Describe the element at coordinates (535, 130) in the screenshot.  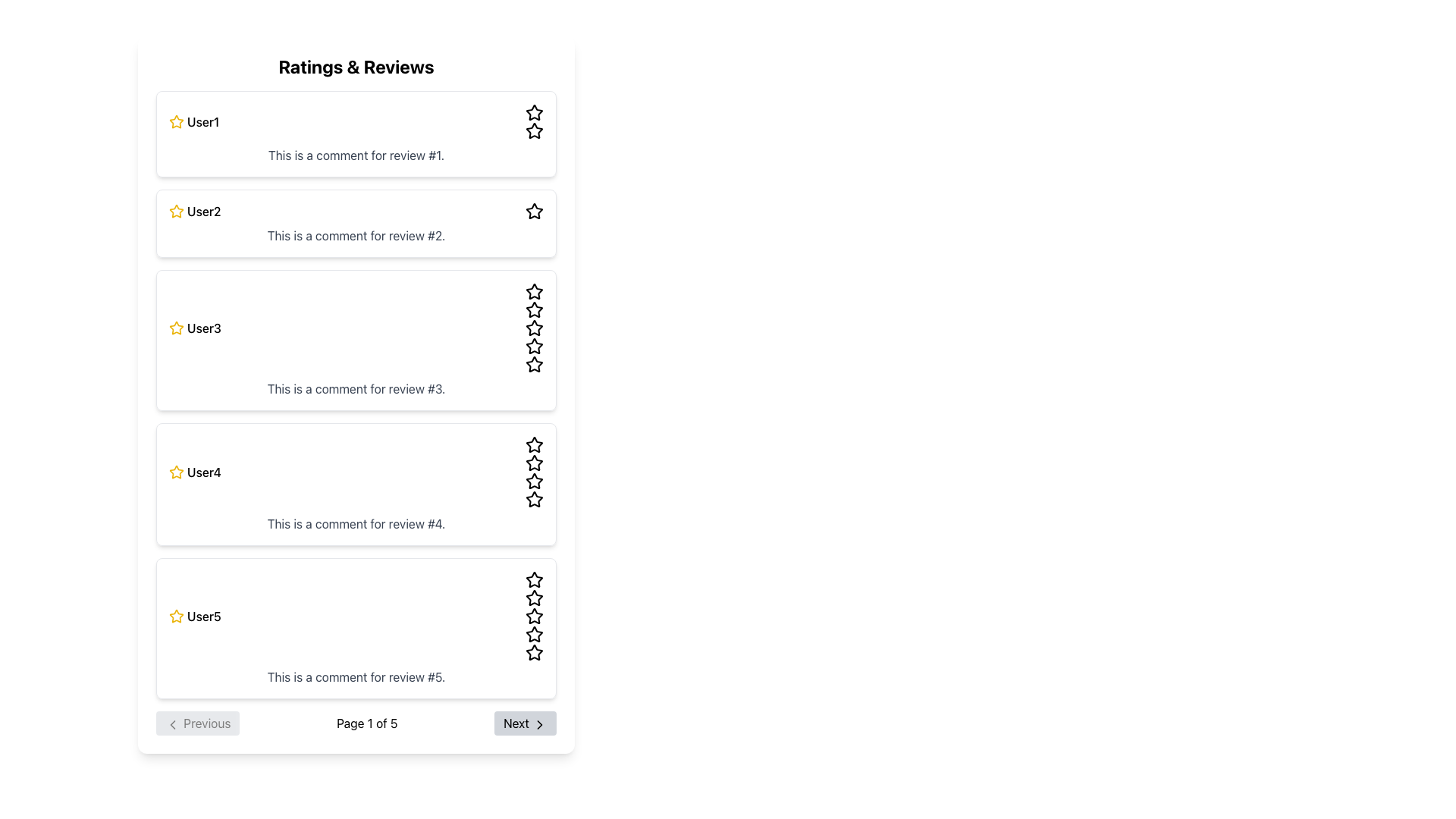
I see `the star icon in the top-right corner of User1's card` at that location.